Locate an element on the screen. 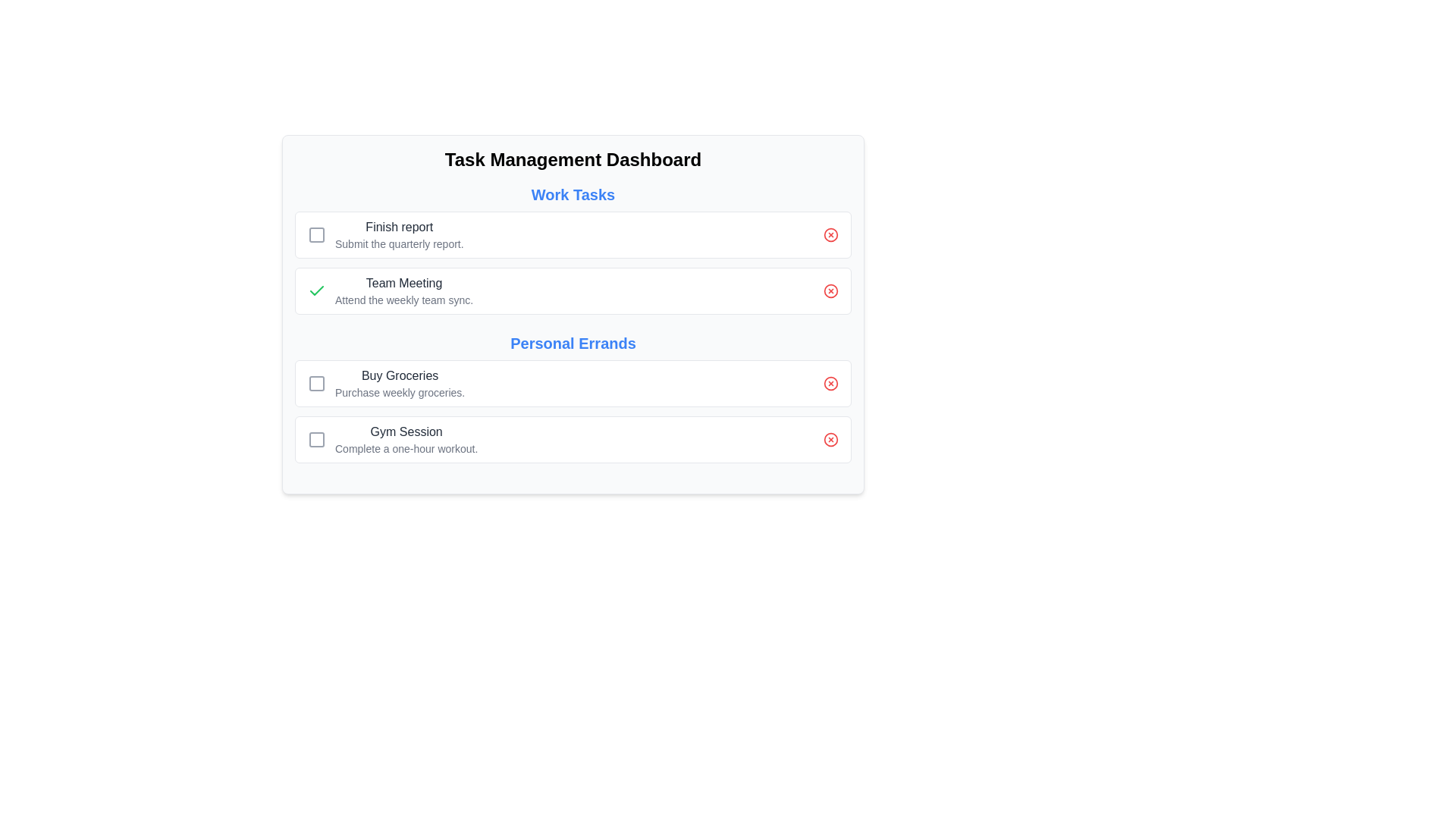 The width and height of the screenshot is (1456, 819). the task title text label located in the second row of the 'Work Tasks' section is located at coordinates (403, 284).